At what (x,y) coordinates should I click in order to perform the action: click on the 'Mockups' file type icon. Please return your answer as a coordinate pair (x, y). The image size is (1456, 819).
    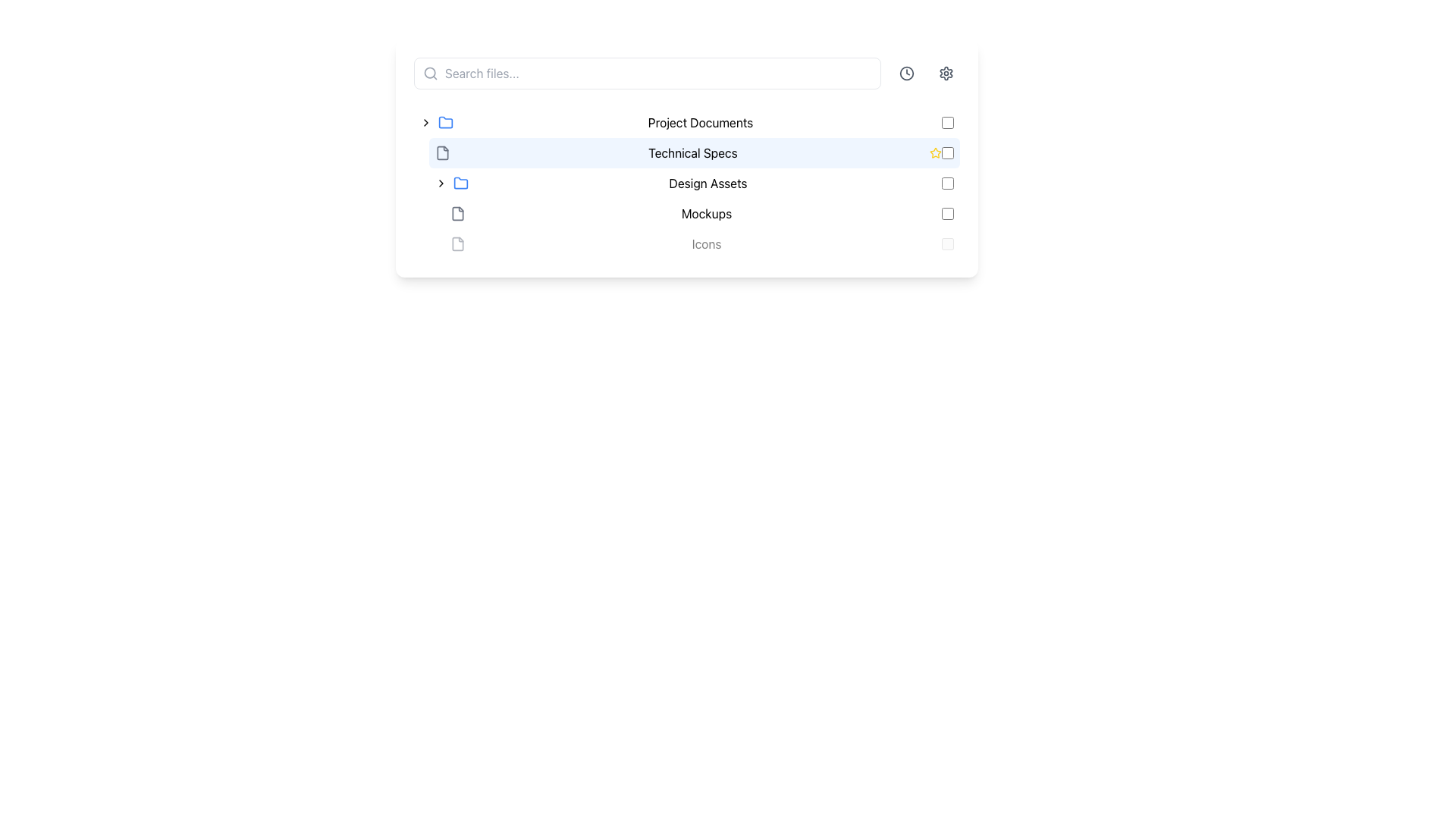
    Looking at the image, I should click on (457, 213).